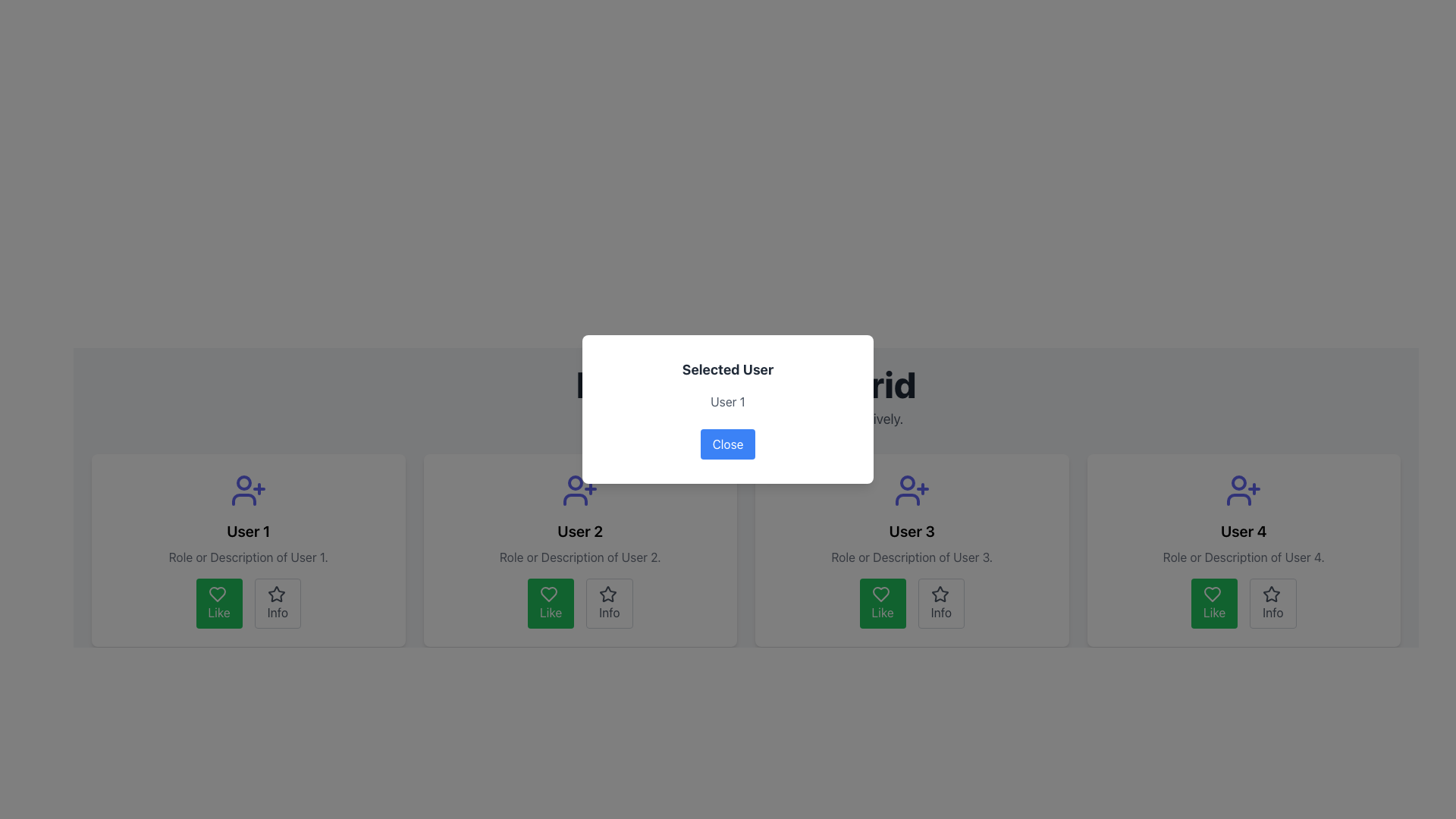 The image size is (1456, 819). Describe the element at coordinates (248, 531) in the screenshot. I see `the text label that displays the user's name, located in the first box of user cards, below the user avatar icon and above the description text` at that location.